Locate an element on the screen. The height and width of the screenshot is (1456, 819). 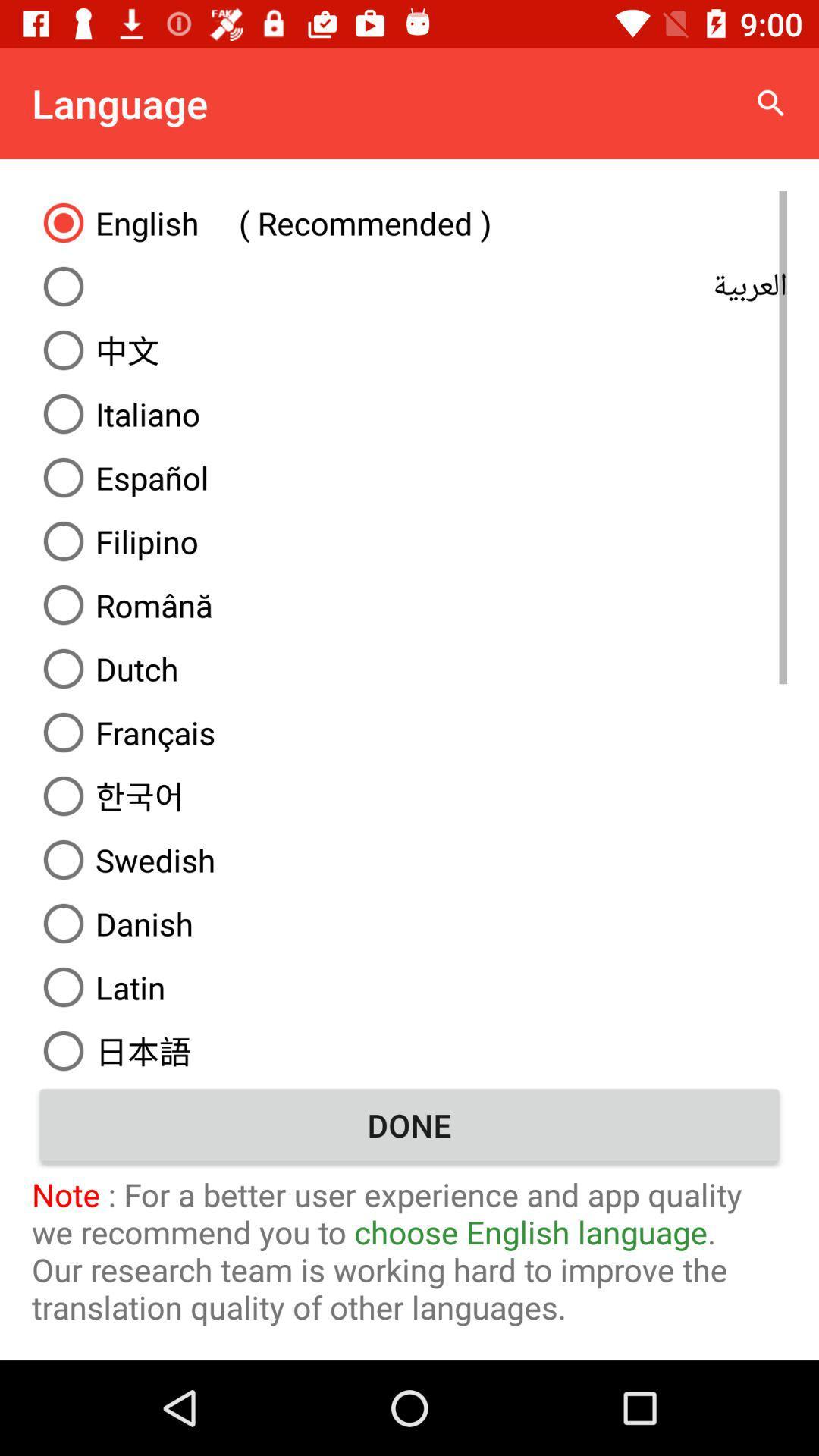
the item above the note for a icon is located at coordinates (409, 1125).